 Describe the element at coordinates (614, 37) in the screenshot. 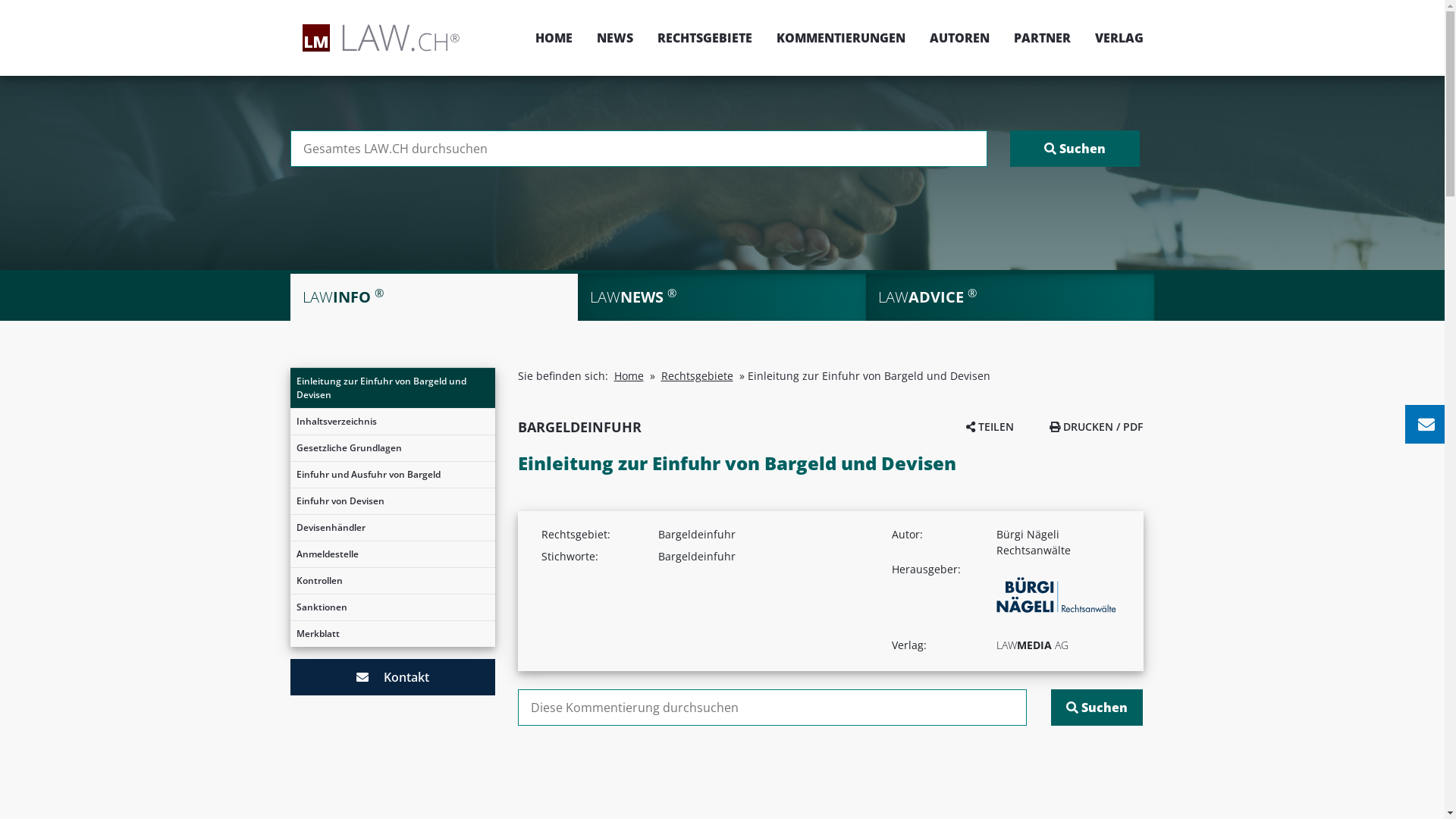

I see `'NEWS'` at that location.